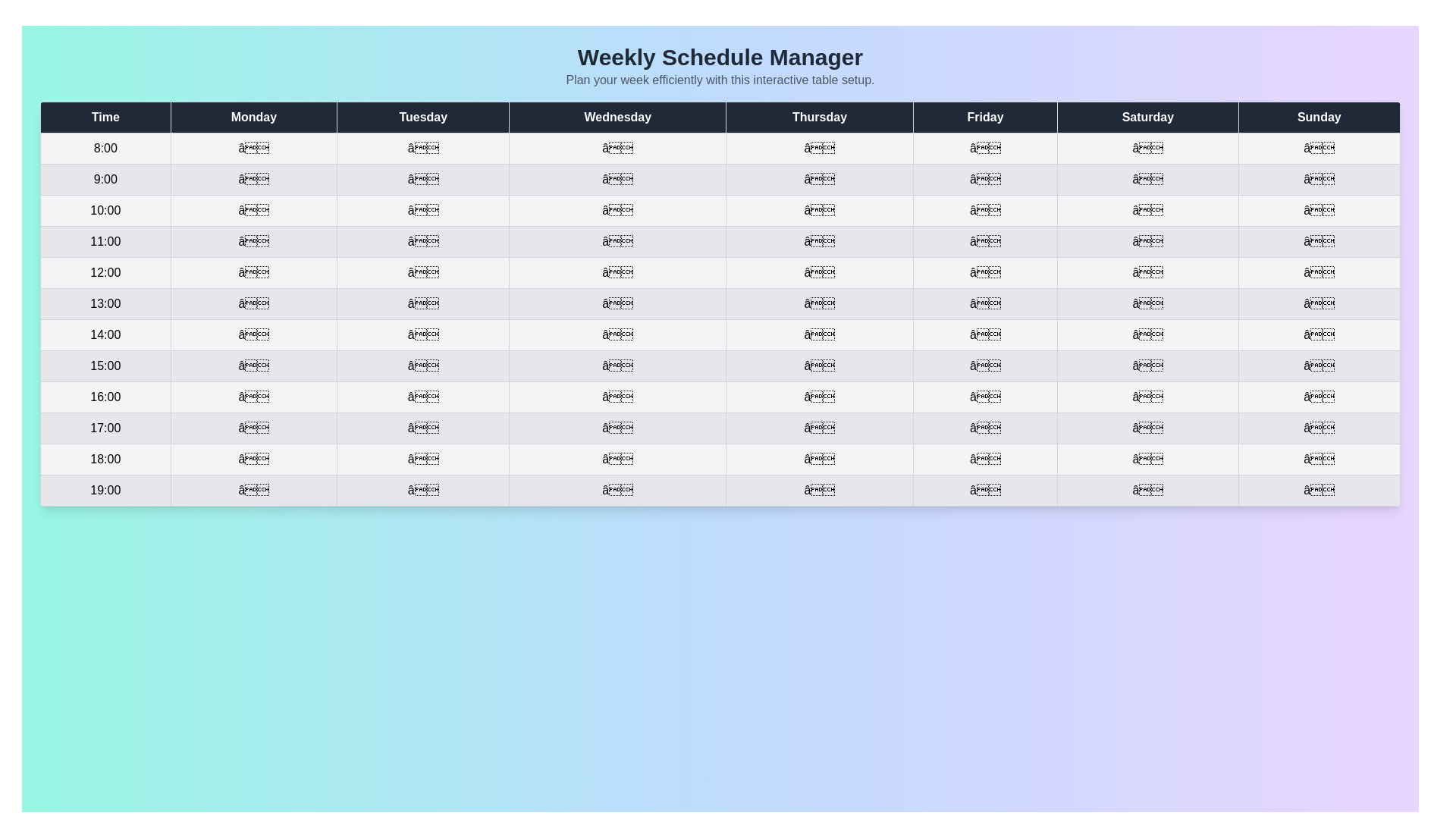 This screenshot has height=819, width=1456. What do you see at coordinates (1318, 116) in the screenshot?
I see `the header of the column labeled Sunday to sort it` at bounding box center [1318, 116].